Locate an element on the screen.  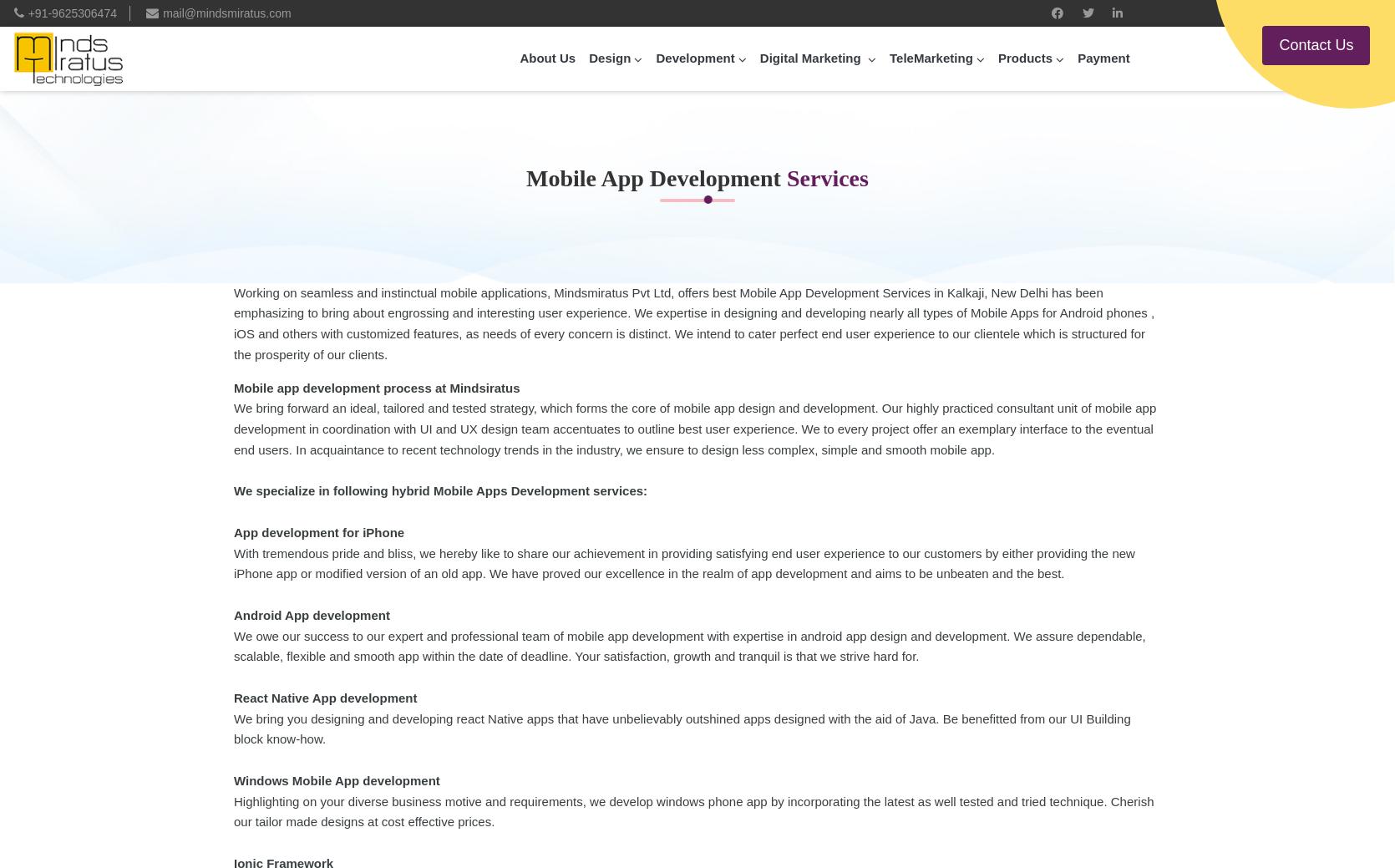
'mail@mindsmiratus.com' is located at coordinates (163, 13).